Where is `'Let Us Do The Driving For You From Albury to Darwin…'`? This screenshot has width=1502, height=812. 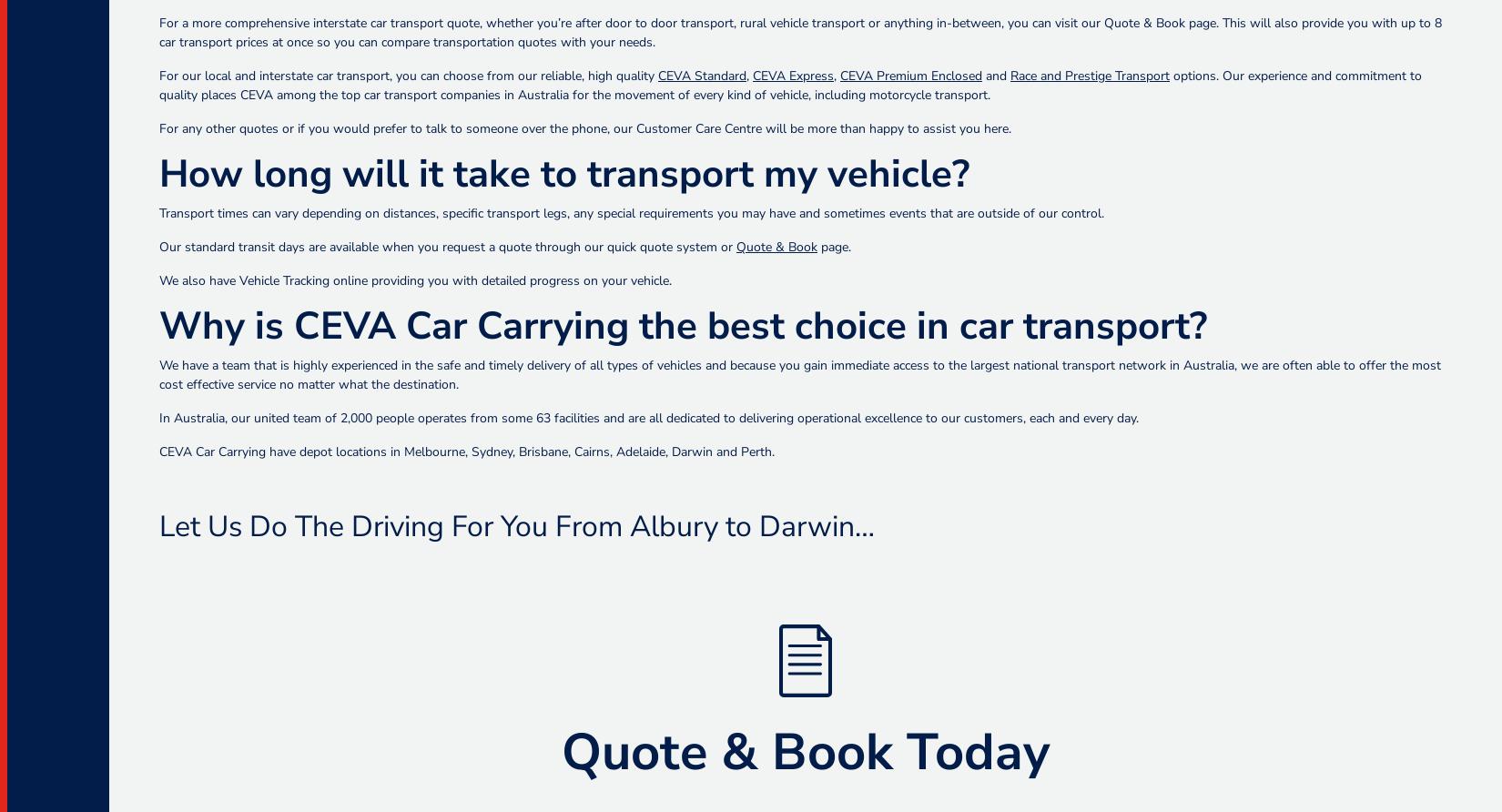 'Let Us Do The Driving For You From Albury to Darwin…' is located at coordinates (515, 525).